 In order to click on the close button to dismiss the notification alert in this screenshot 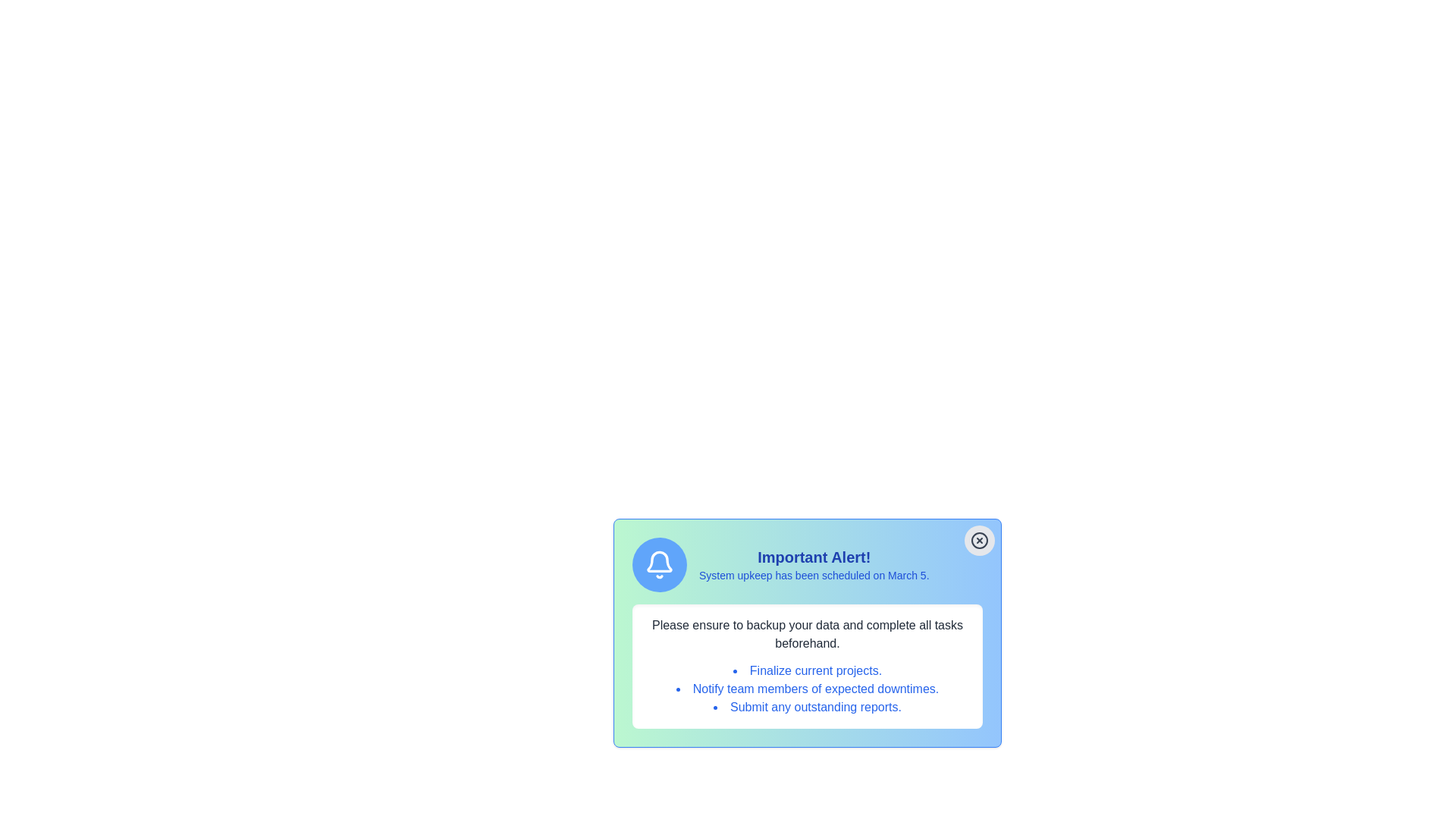, I will do `click(979, 540)`.